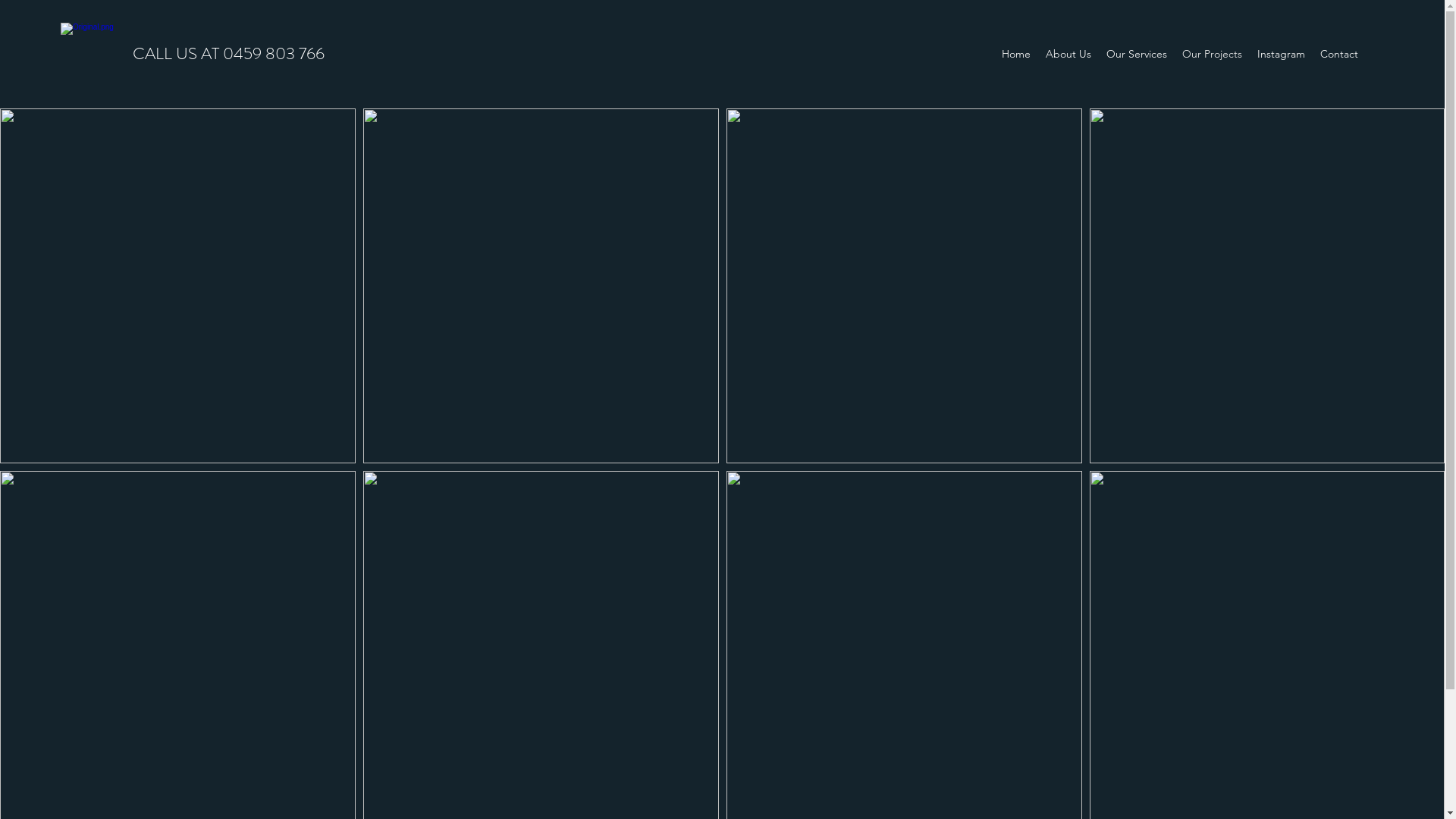  Describe the element at coordinates (1211, 52) in the screenshot. I see `'Our Projects'` at that location.